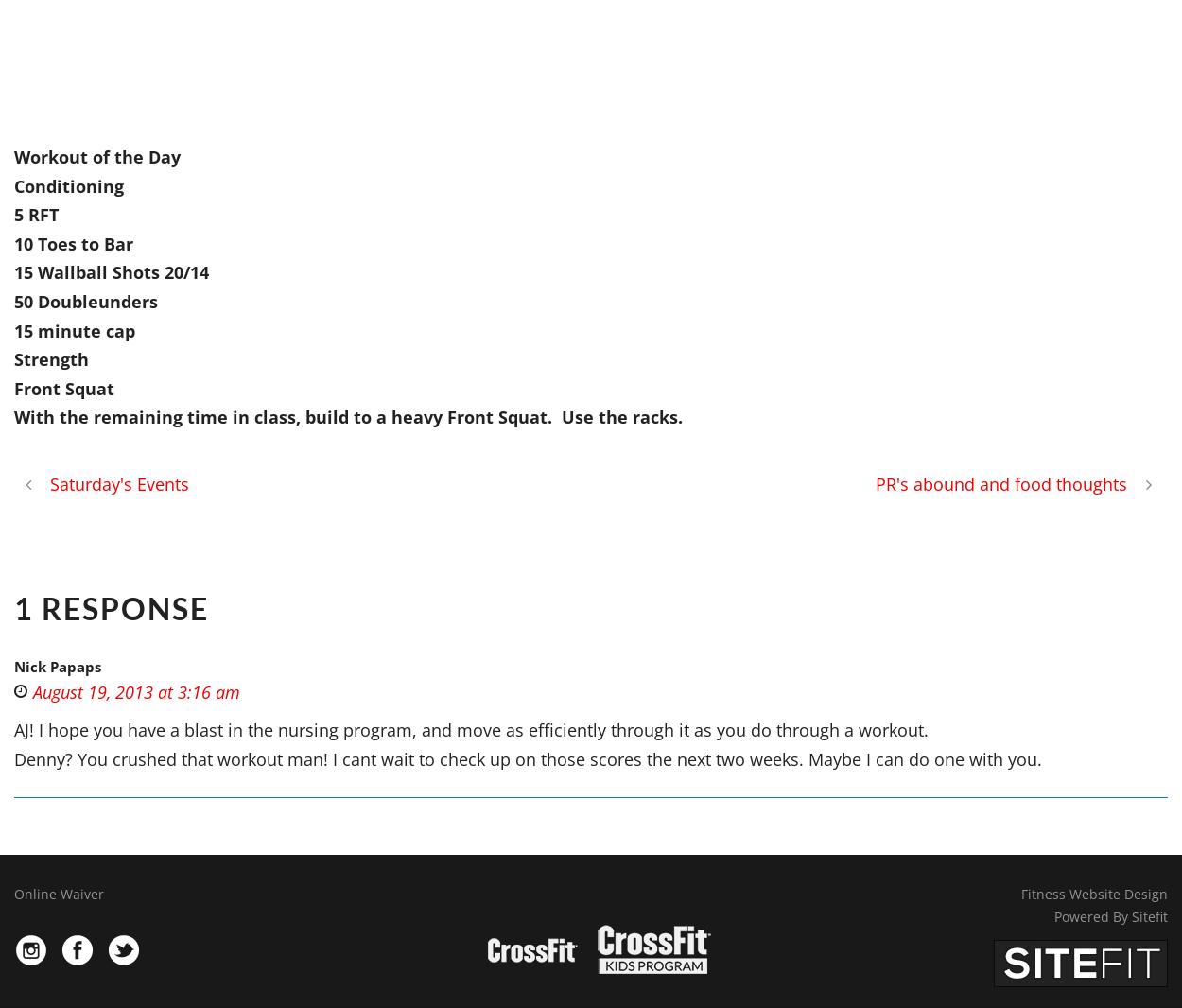 Image resolution: width=1182 pixels, height=1008 pixels. Describe the element at coordinates (1001, 483) in the screenshot. I see `'PR's abound and food thoughts'` at that location.